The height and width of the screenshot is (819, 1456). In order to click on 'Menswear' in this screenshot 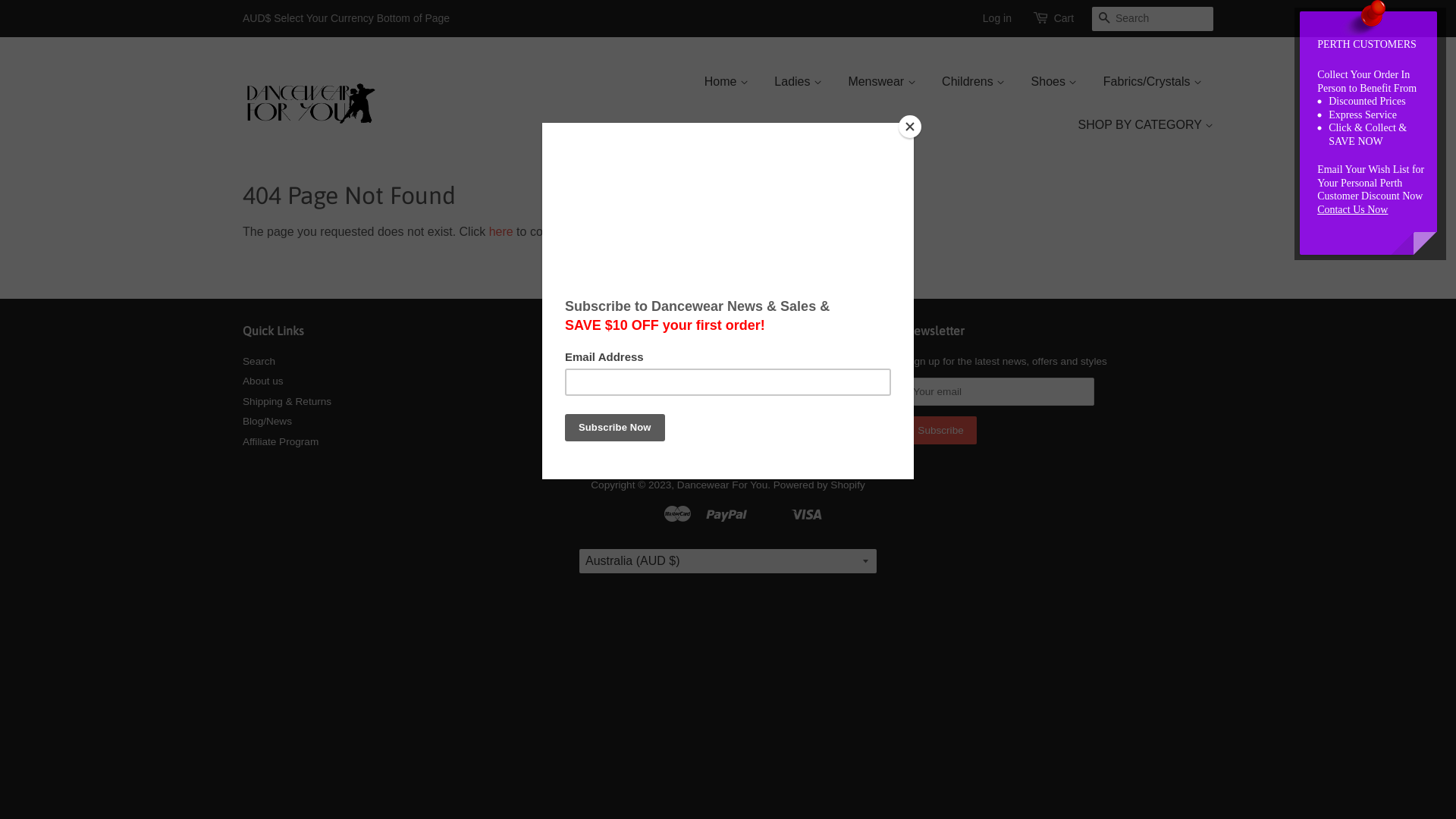, I will do `click(881, 81)`.